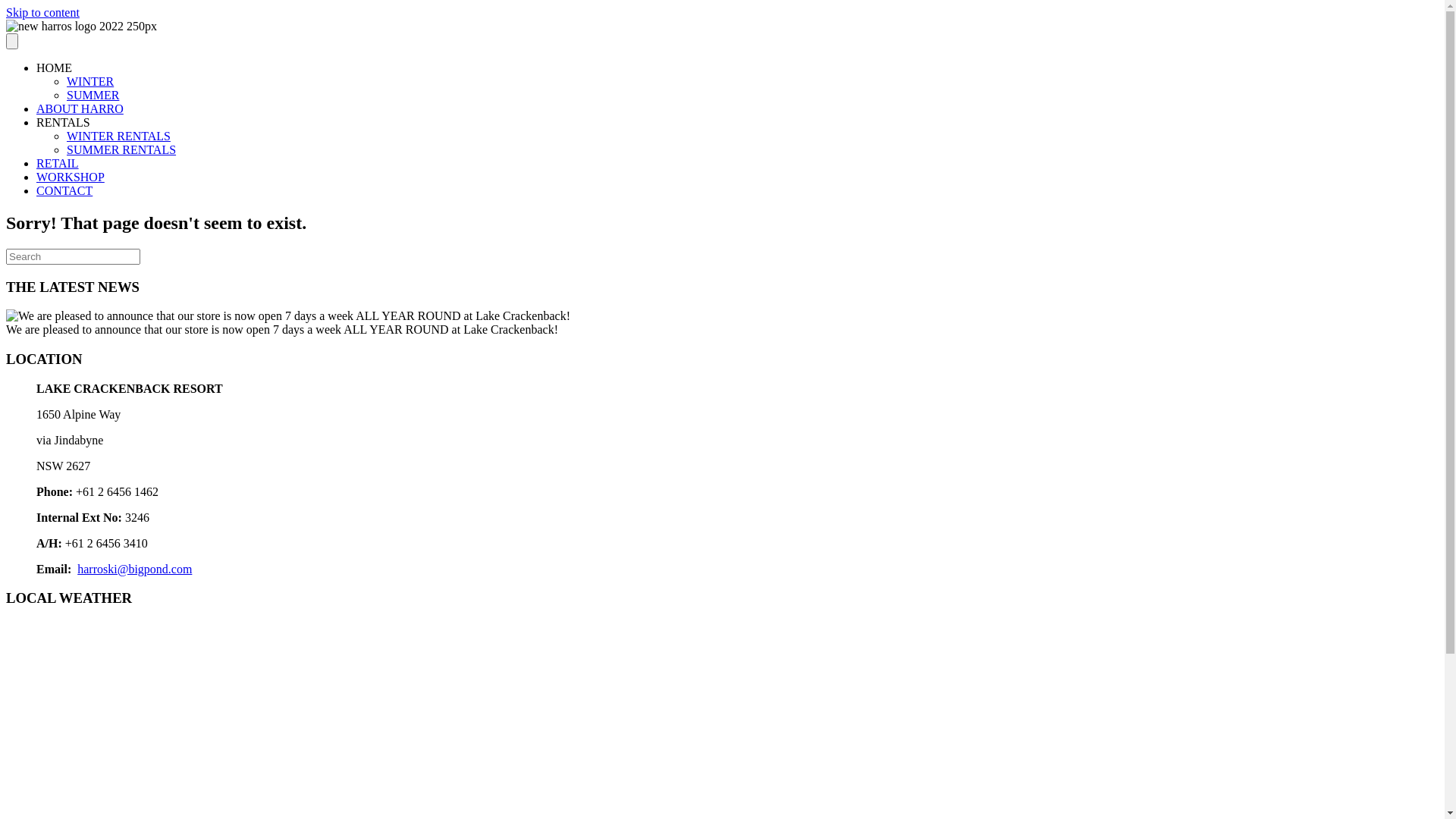 The height and width of the screenshot is (819, 1456). What do you see at coordinates (54, 67) in the screenshot?
I see `'HOME'` at bounding box center [54, 67].